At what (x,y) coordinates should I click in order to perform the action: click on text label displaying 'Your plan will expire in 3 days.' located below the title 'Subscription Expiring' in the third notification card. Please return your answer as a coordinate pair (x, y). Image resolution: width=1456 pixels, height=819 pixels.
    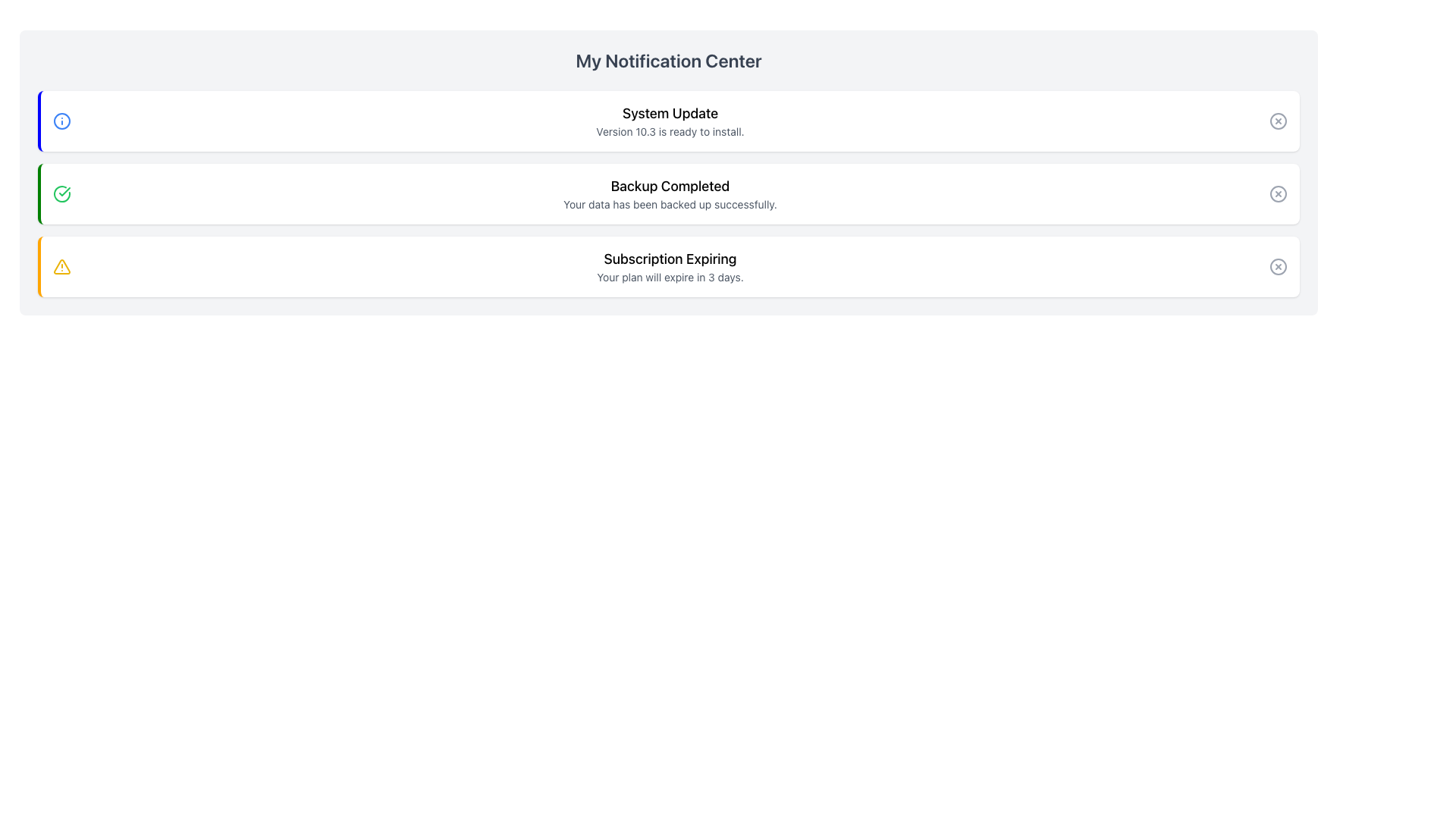
    Looking at the image, I should click on (669, 278).